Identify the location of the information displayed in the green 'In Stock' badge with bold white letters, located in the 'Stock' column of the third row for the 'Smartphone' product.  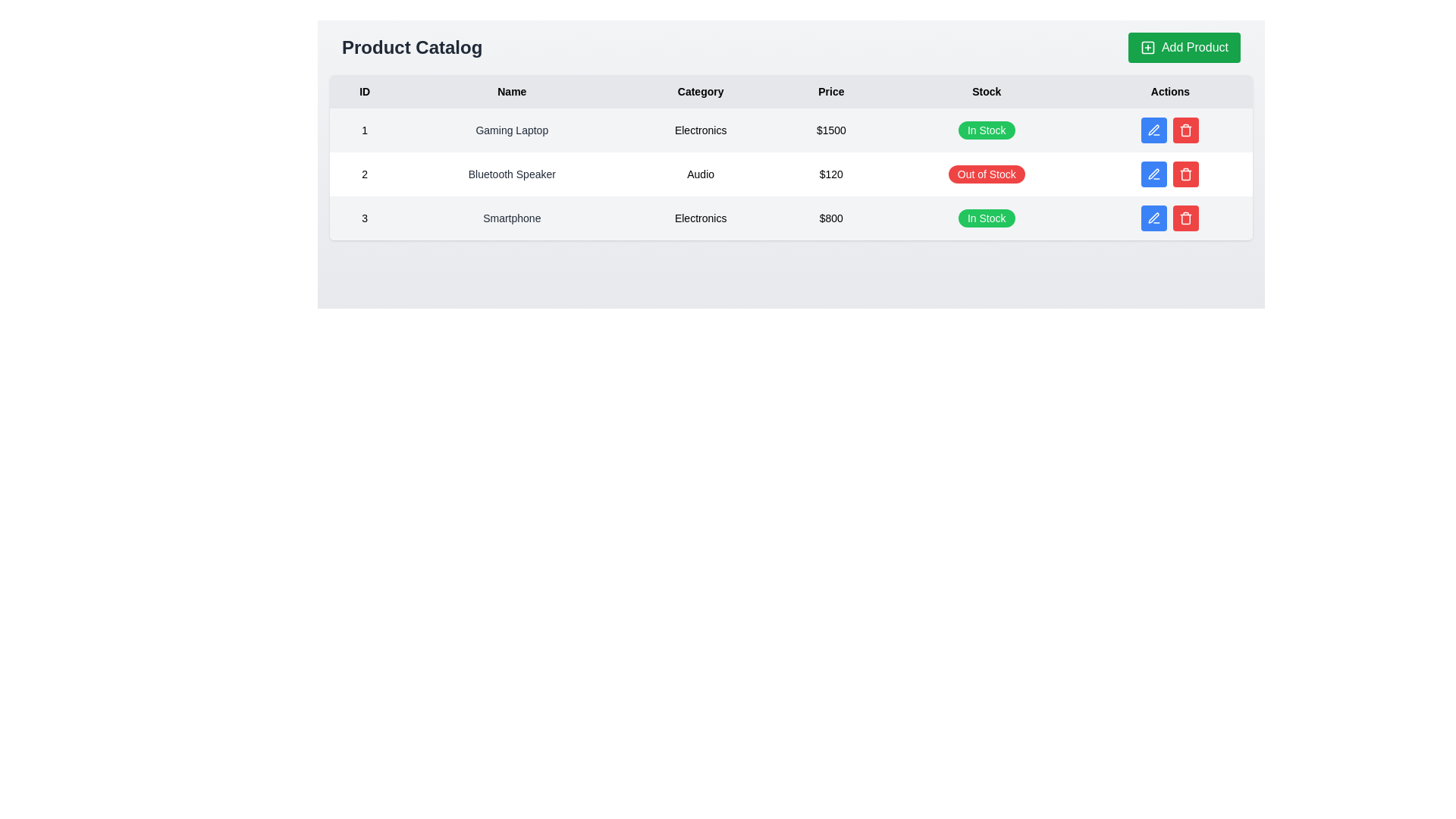
(987, 218).